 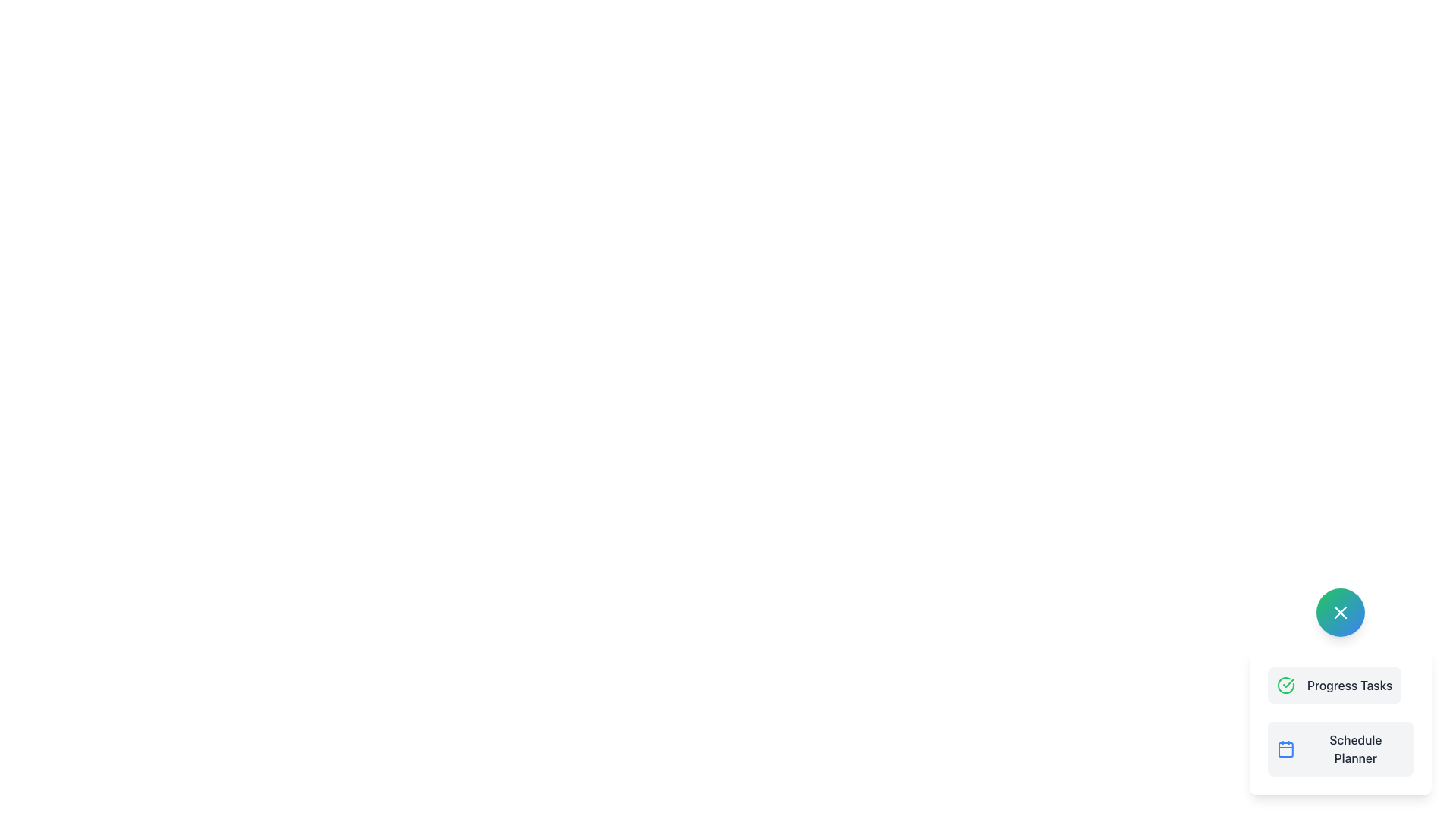 I want to click on the 'Progress Tasks' button, which is a rectangular button with rounded corners, featuring a green checkmark icon and dark gray text, located above the 'Schedule Planner' button, so click(x=1335, y=685).